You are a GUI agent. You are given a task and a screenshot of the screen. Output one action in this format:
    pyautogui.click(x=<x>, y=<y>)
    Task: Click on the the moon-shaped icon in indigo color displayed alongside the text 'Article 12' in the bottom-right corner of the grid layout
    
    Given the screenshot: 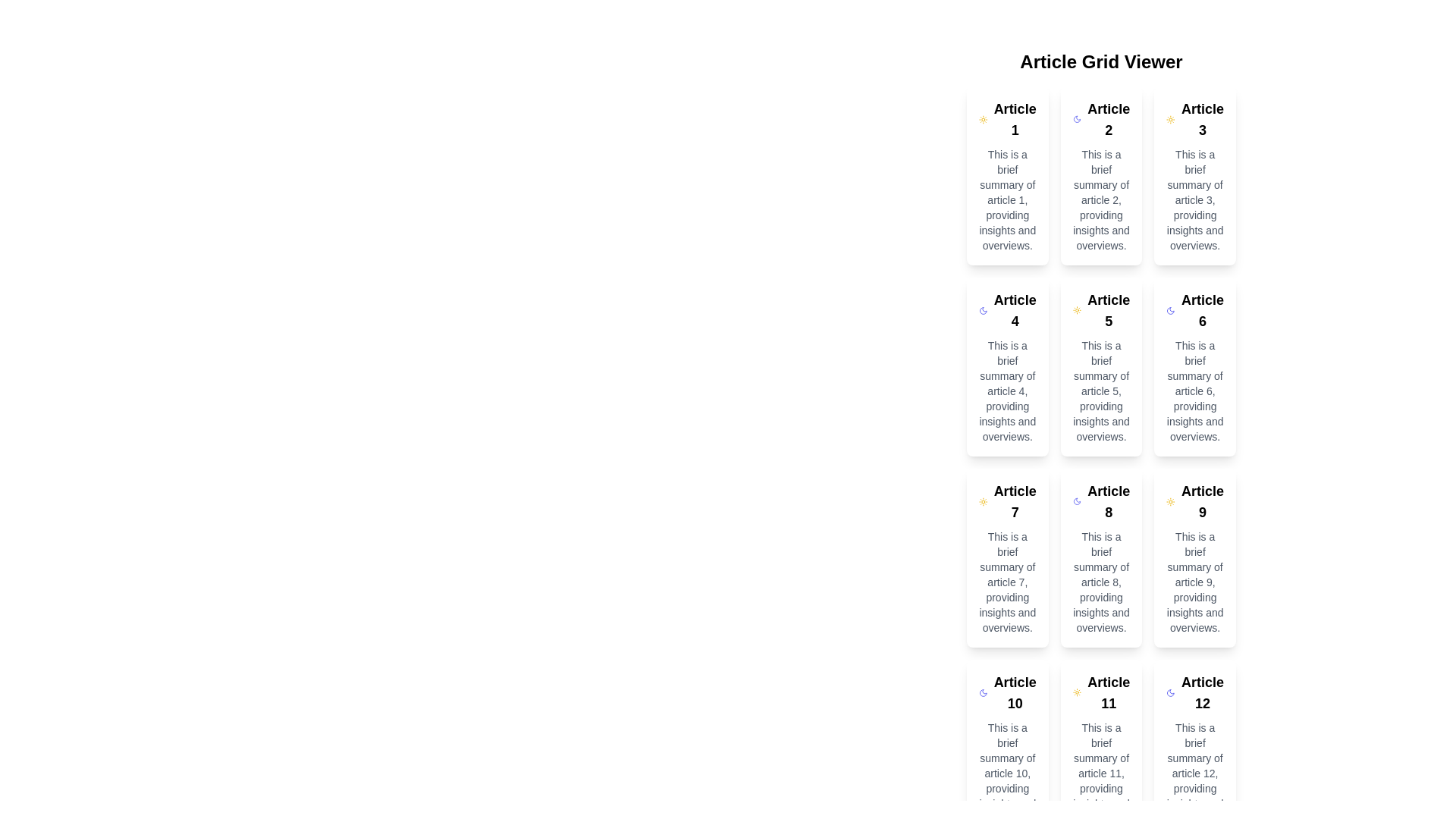 What is the action you would take?
    pyautogui.click(x=1170, y=693)
    